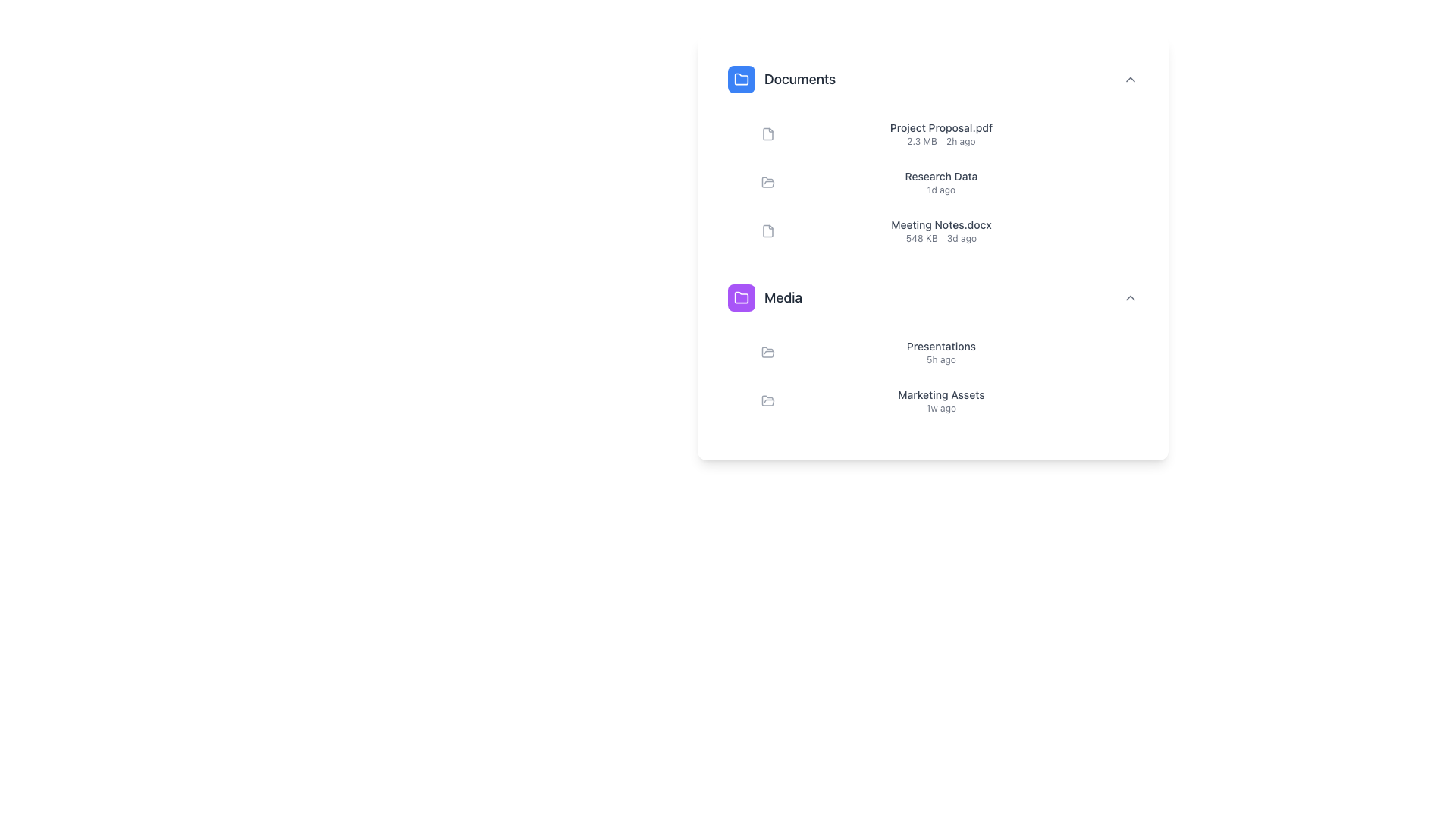  I want to click on the folder icon representing 'Marketing Assets' located in the categorized media list under the heading 'Media', so click(767, 400).